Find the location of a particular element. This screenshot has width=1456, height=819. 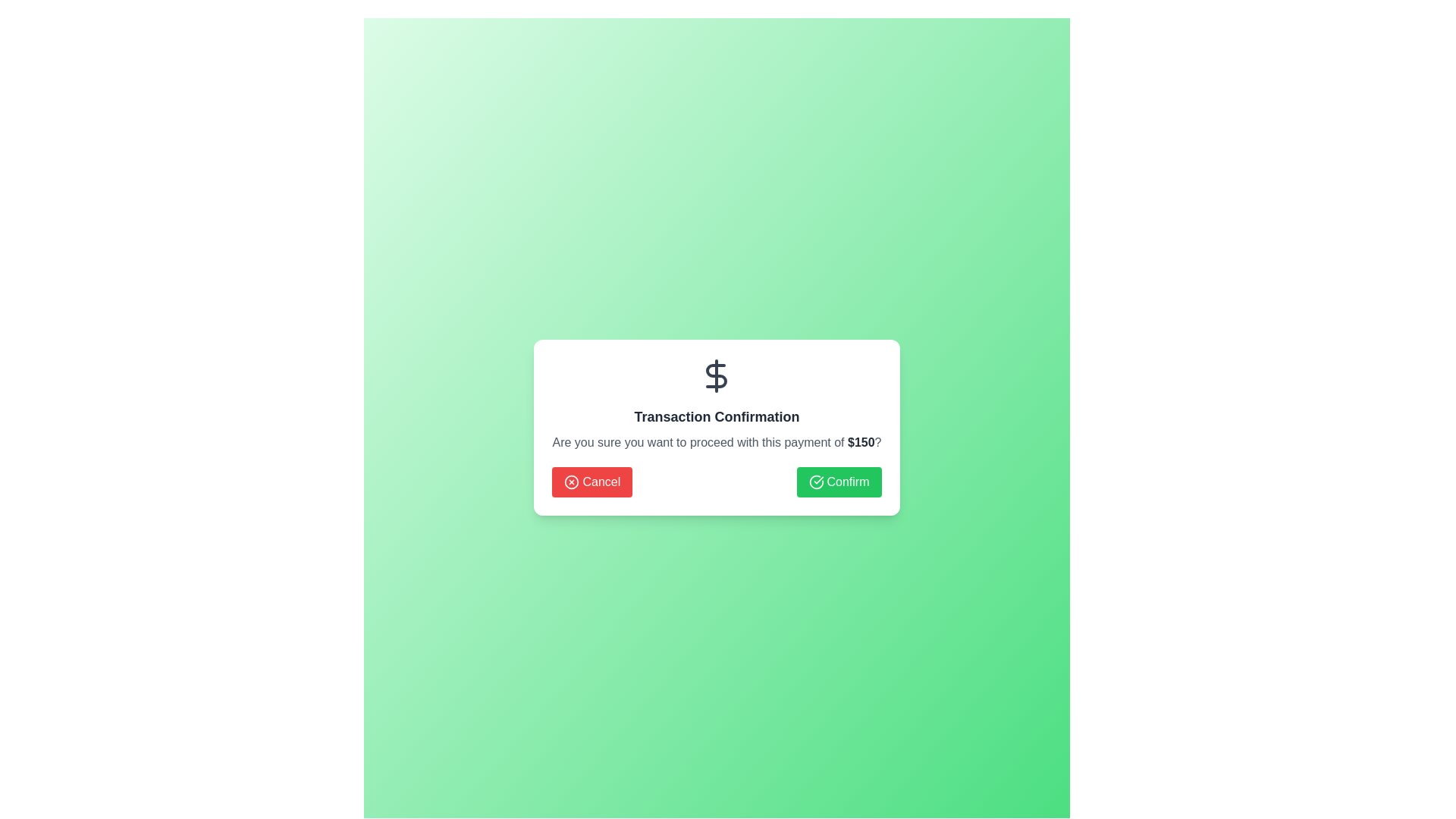

the cancel button located to the left of the green 'Confirm' button at the bottom section of the central confirmation dialog to abort the transaction is located at coordinates (591, 482).